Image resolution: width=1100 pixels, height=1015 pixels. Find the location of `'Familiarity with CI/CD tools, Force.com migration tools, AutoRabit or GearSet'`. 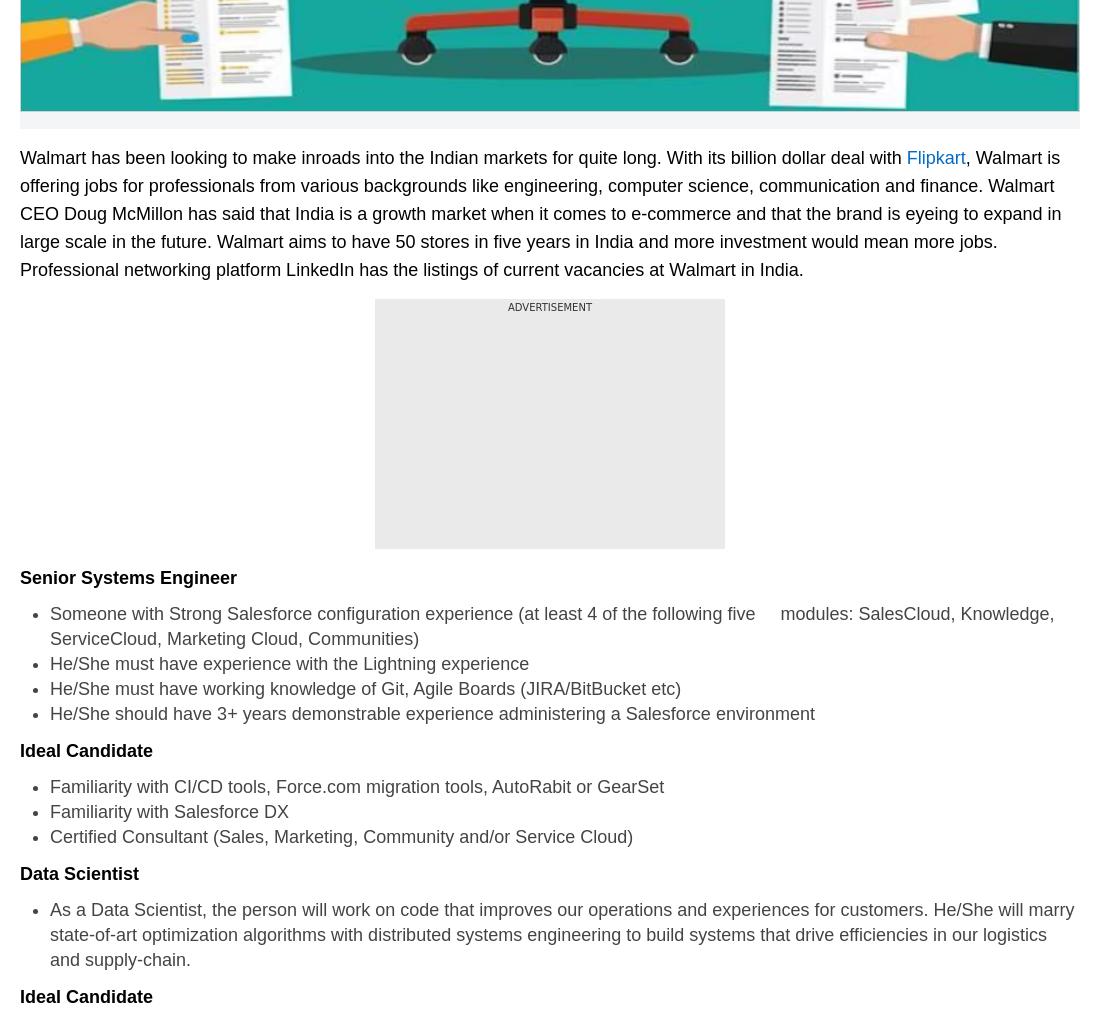

'Familiarity with CI/CD tools, Force.com migration tools, AutoRabit or GearSet' is located at coordinates (356, 785).